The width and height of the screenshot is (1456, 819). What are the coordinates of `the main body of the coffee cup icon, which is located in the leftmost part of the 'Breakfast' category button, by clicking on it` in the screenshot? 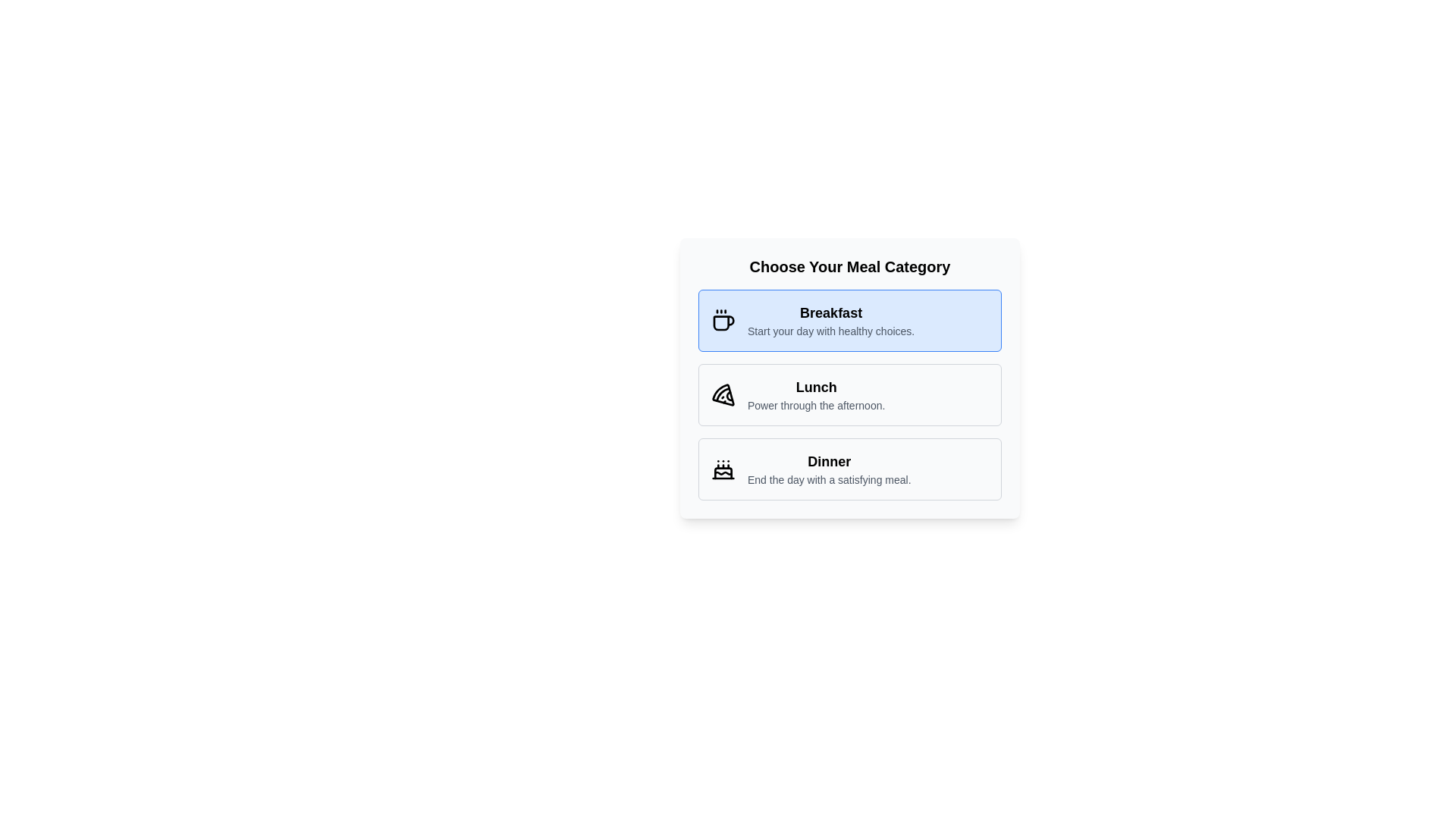 It's located at (723, 322).